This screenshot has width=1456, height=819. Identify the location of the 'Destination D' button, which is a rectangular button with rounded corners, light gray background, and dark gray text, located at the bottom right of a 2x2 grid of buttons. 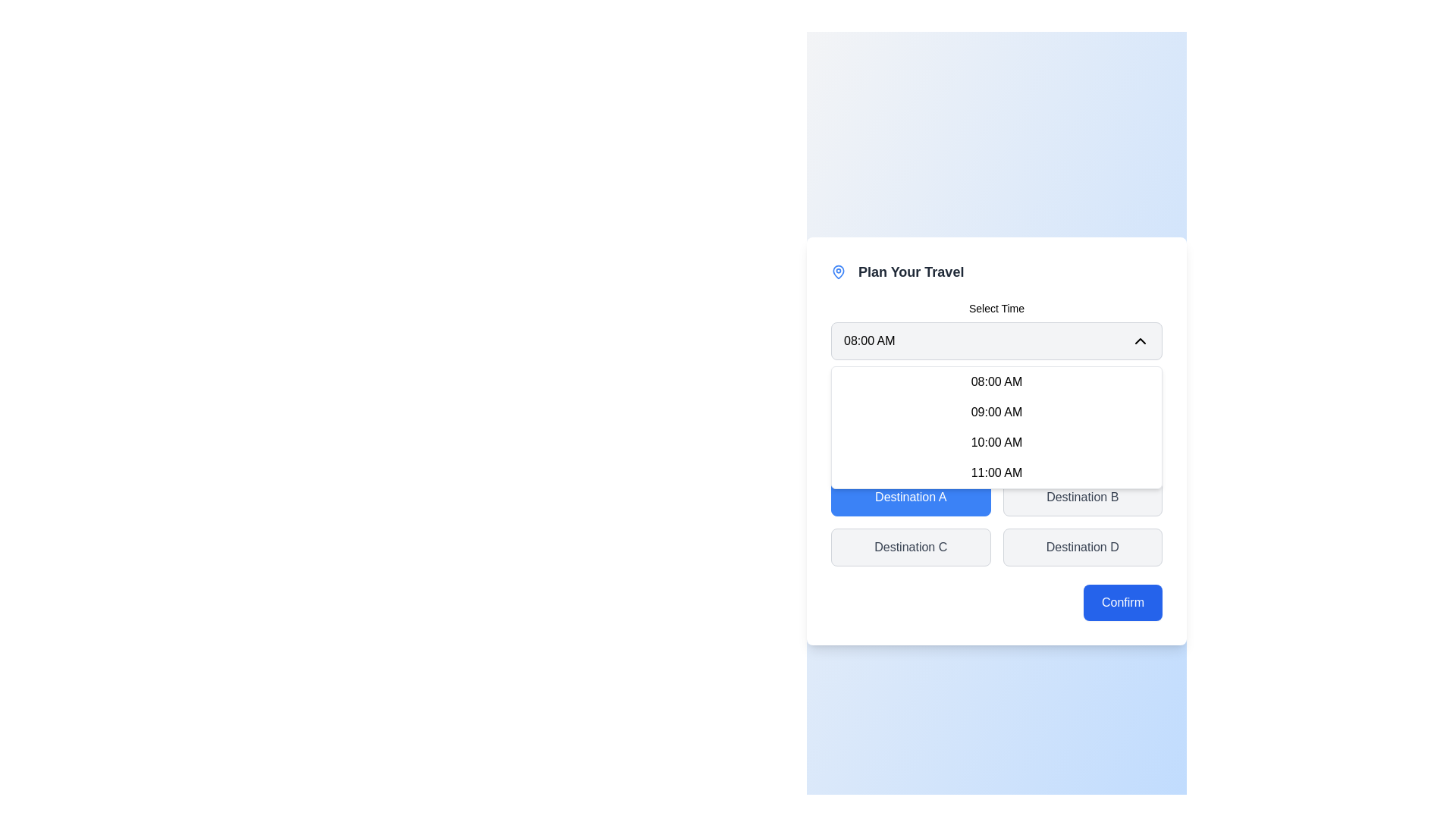
(1081, 547).